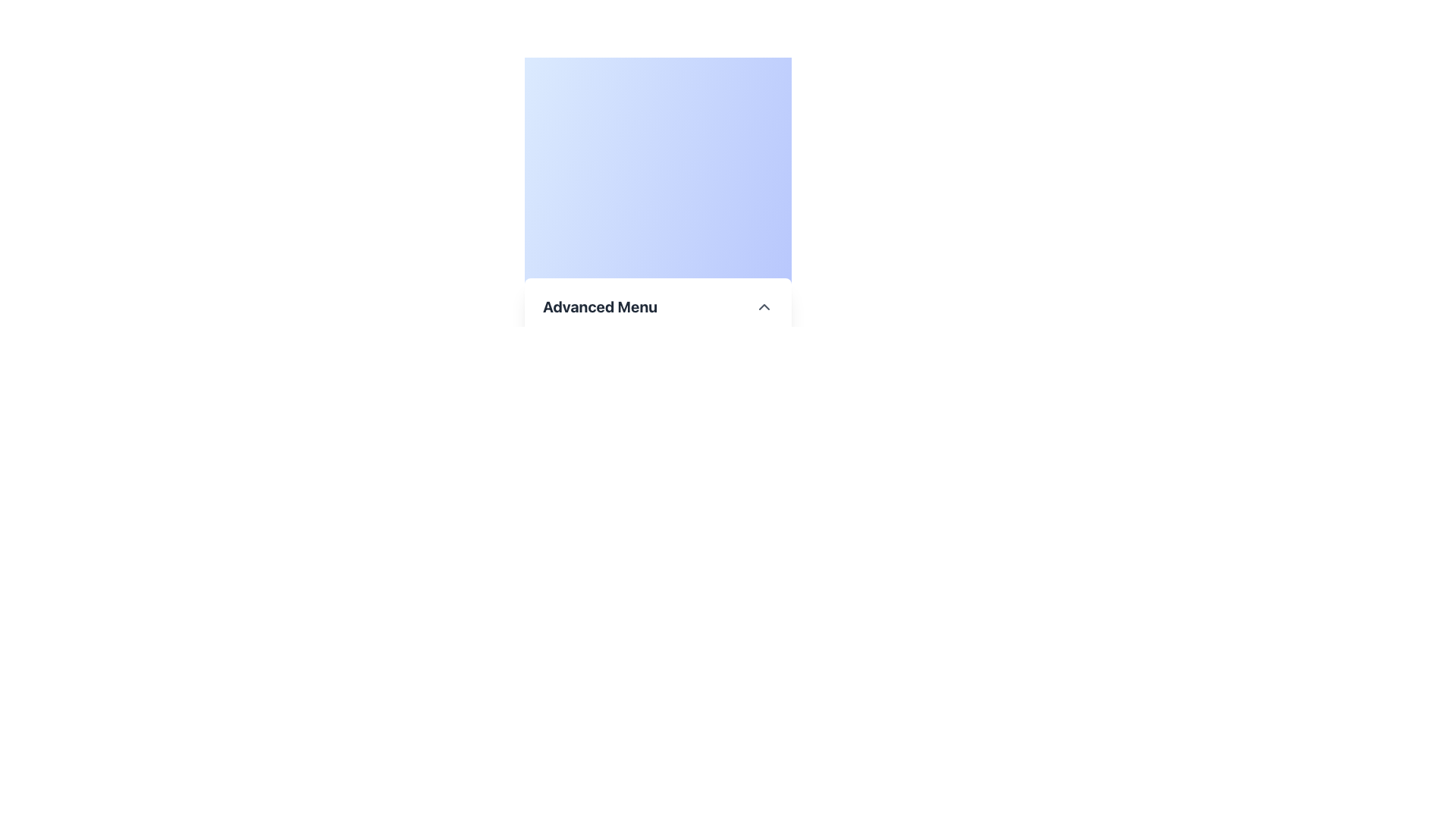 The image size is (1456, 819). I want to click on the 'Advanced Menu' text label in bold, dark gray font, so click(599, 306).